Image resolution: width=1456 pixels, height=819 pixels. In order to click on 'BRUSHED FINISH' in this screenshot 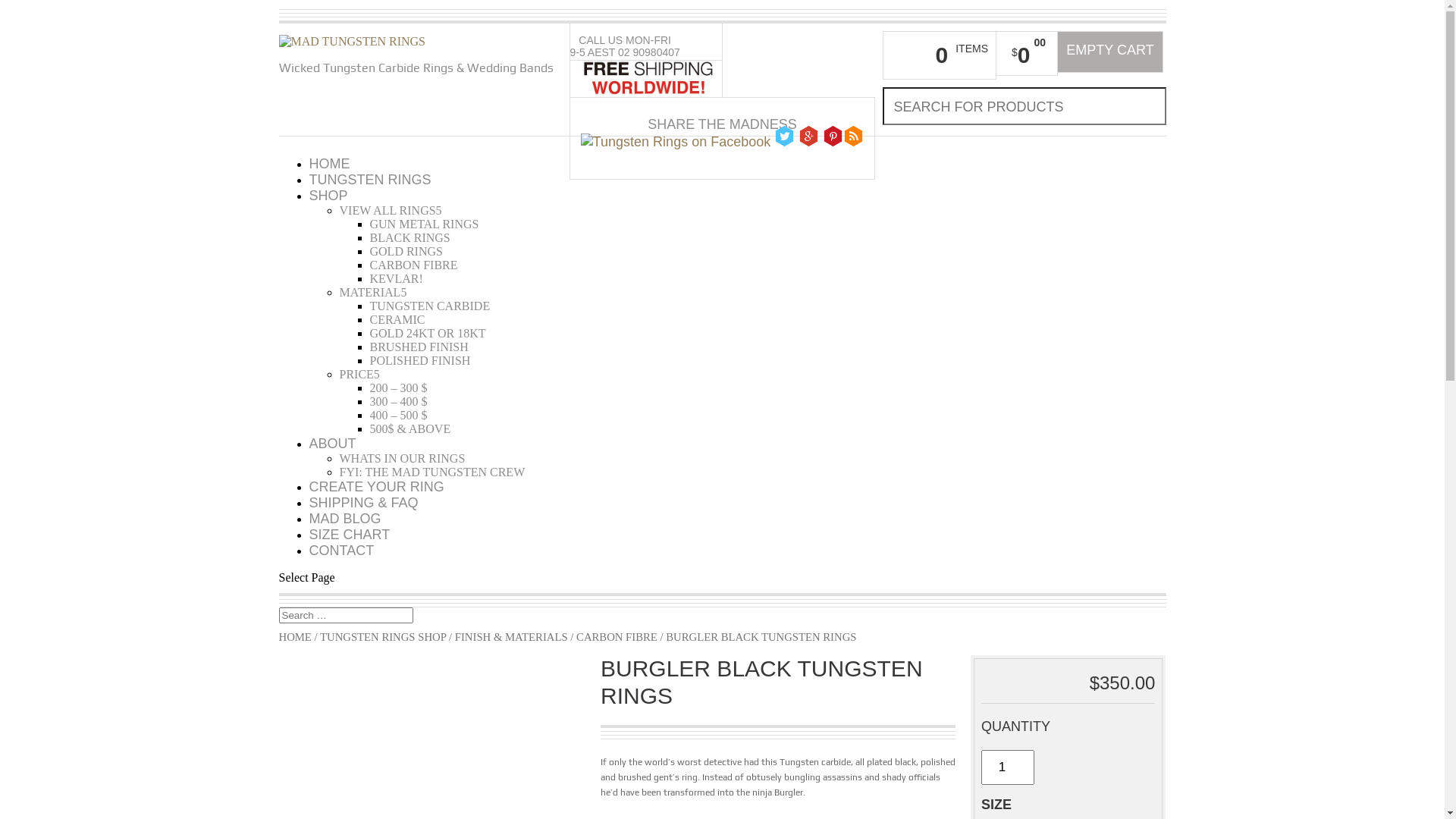, I will do `click(419, 347)`.